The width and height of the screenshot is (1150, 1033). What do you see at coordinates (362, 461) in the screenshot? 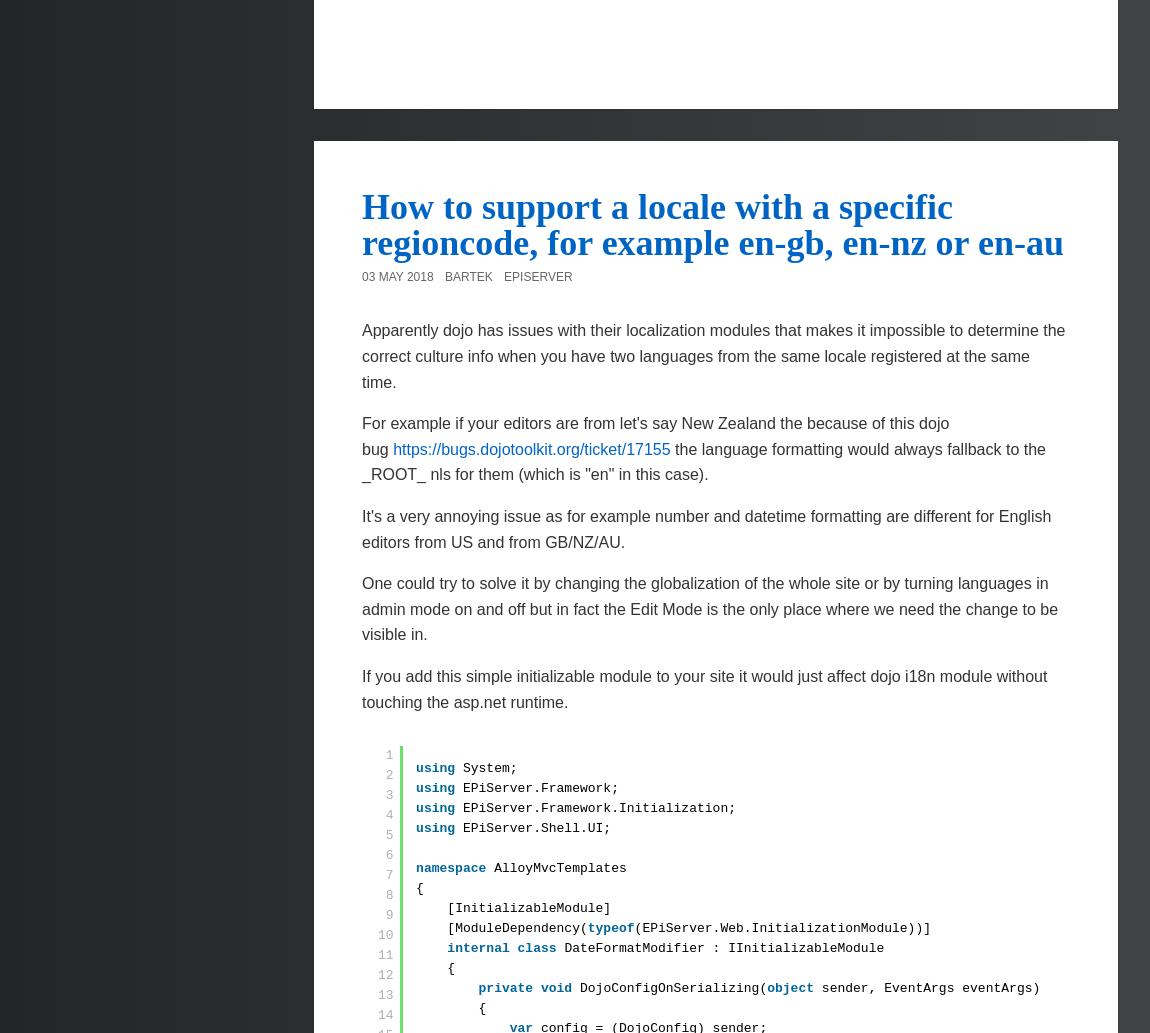
I see `'the language formatting would always fallback to the _ROOT_ nls for them (which is "en" in this case).'` at bounding box center [362, 461].